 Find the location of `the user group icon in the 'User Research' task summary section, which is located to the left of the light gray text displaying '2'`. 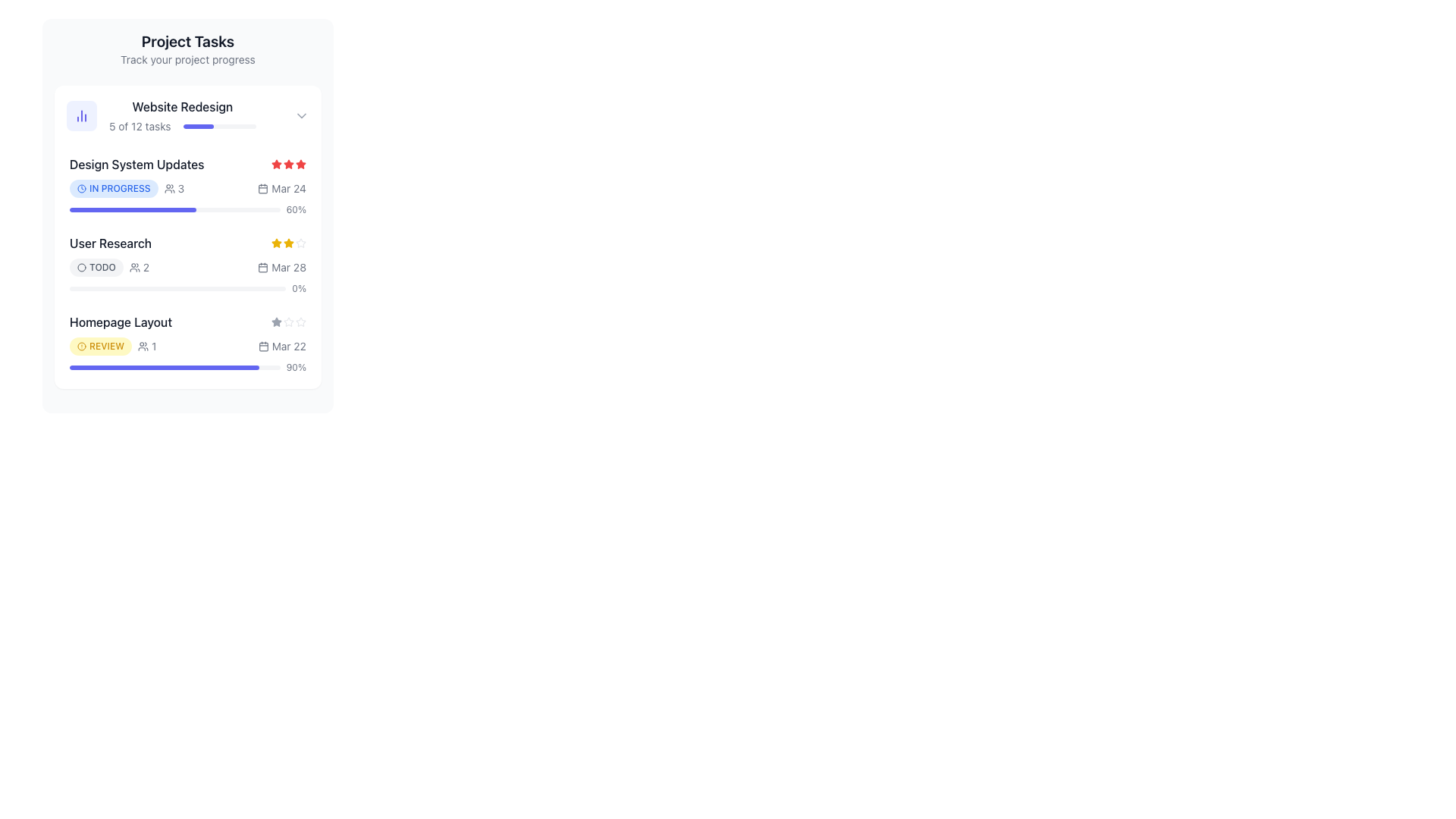

the user group icon in the 'User Research' task summary section, which is located to the left of the light gray text displaying '2' is located at coordinates (134, 267).